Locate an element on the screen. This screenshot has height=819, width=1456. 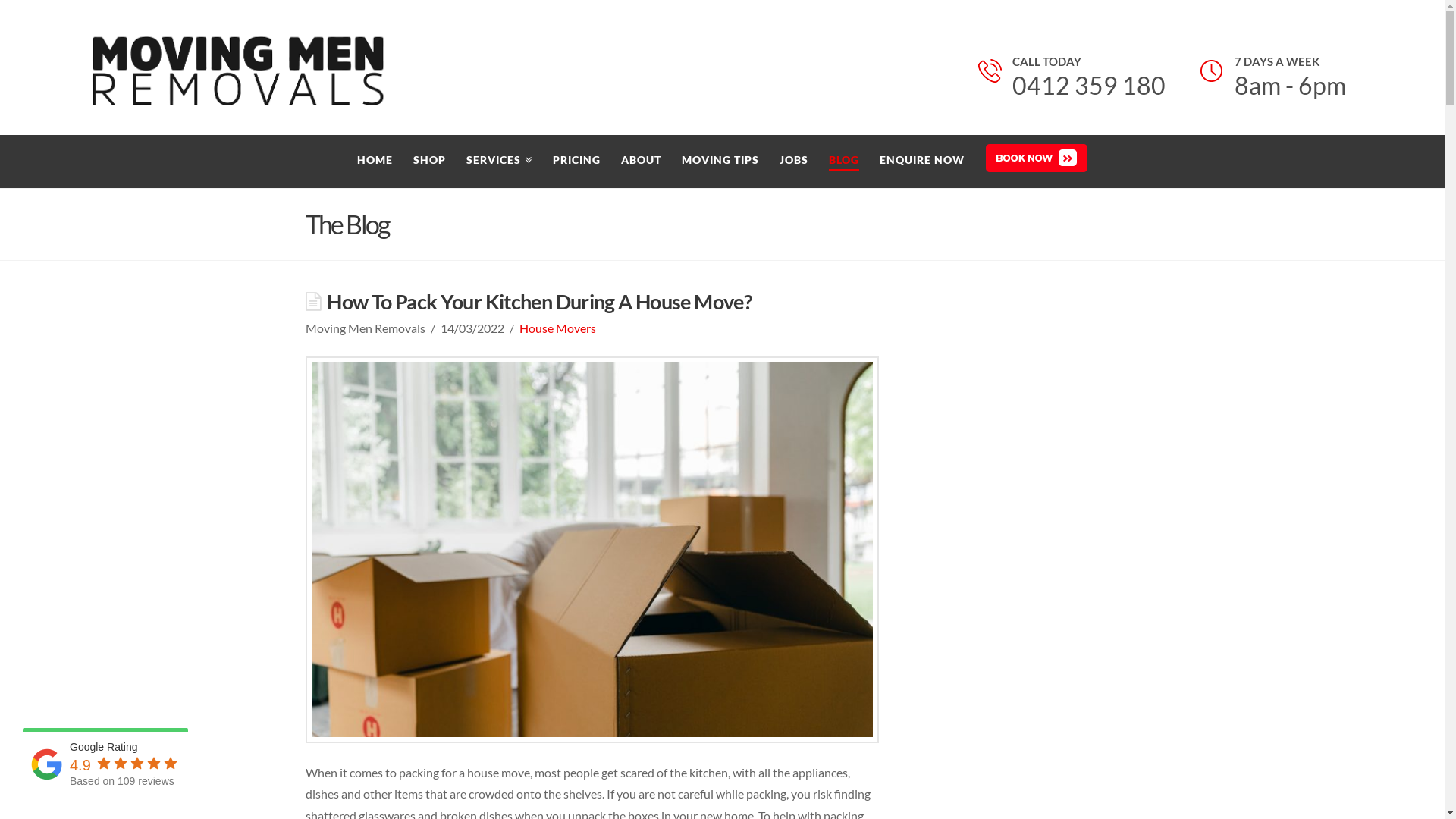
'ABOUT' is located at coordinates (640, 161).